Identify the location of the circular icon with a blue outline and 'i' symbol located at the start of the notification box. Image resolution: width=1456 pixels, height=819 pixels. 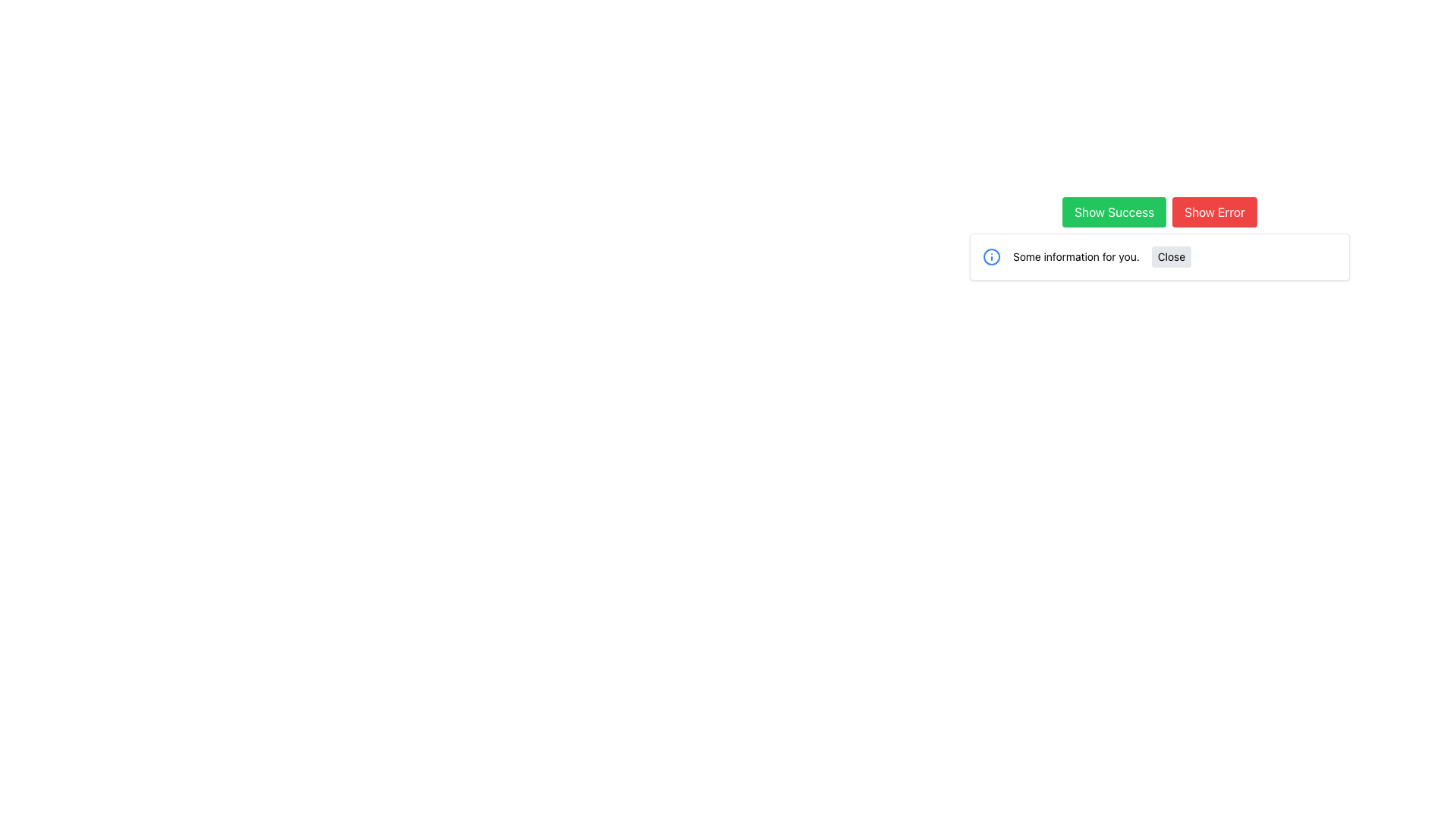
(992, 256).